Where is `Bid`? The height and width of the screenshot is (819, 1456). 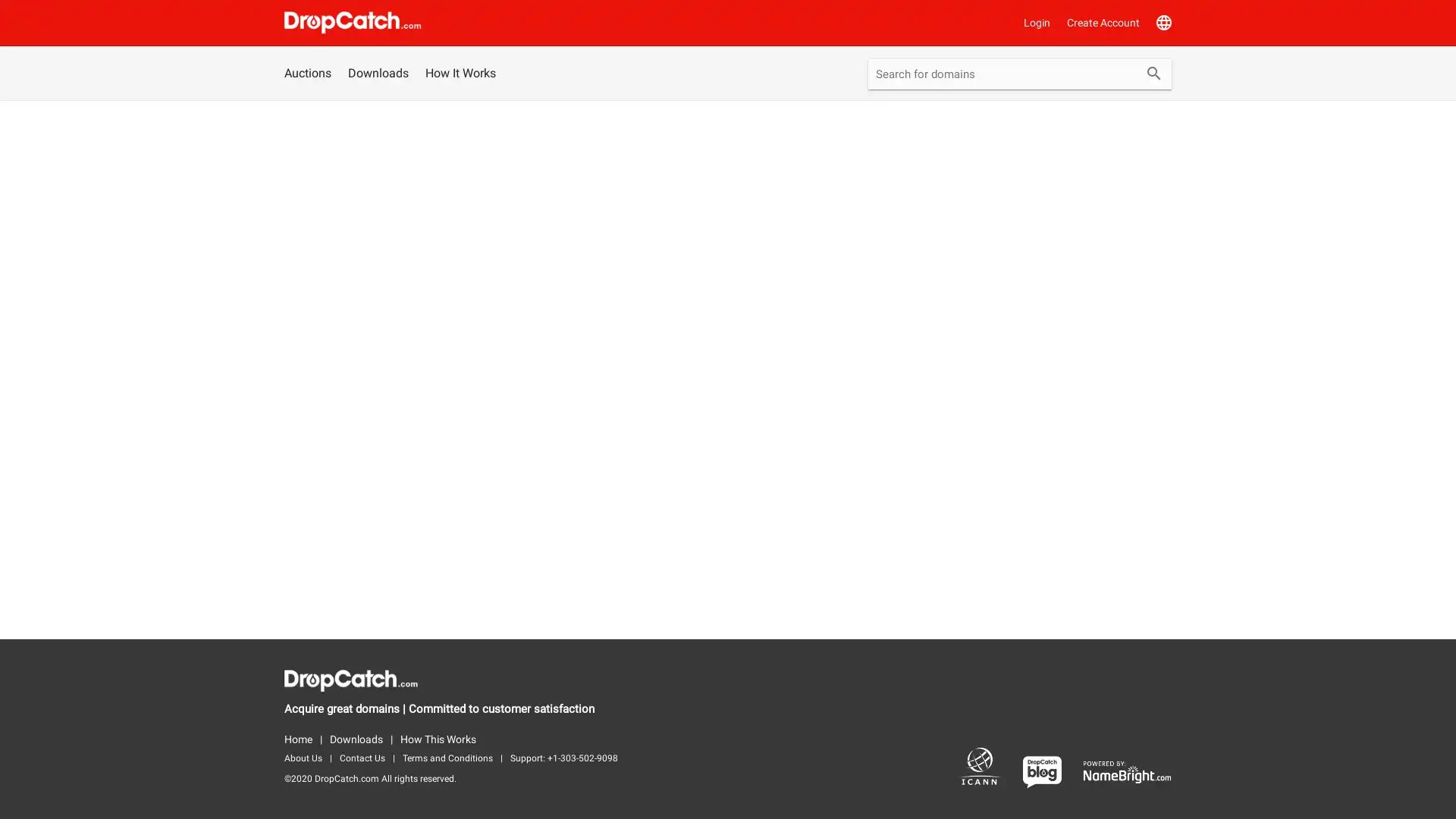
Bid is located at coordinates (1139, 426).